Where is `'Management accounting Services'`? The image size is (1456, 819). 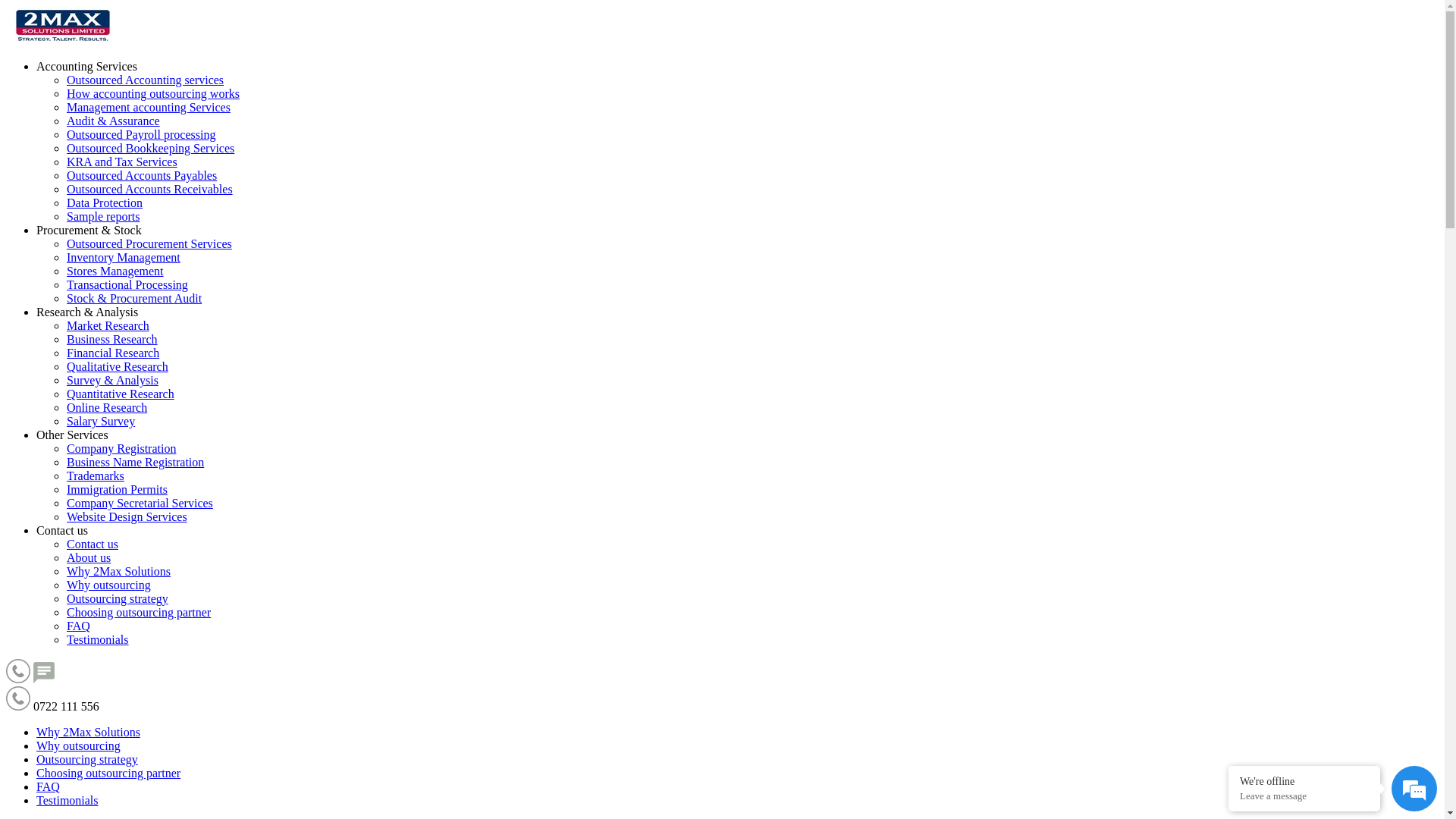
'Management accounting Services' is located at coordinates (149, 106).